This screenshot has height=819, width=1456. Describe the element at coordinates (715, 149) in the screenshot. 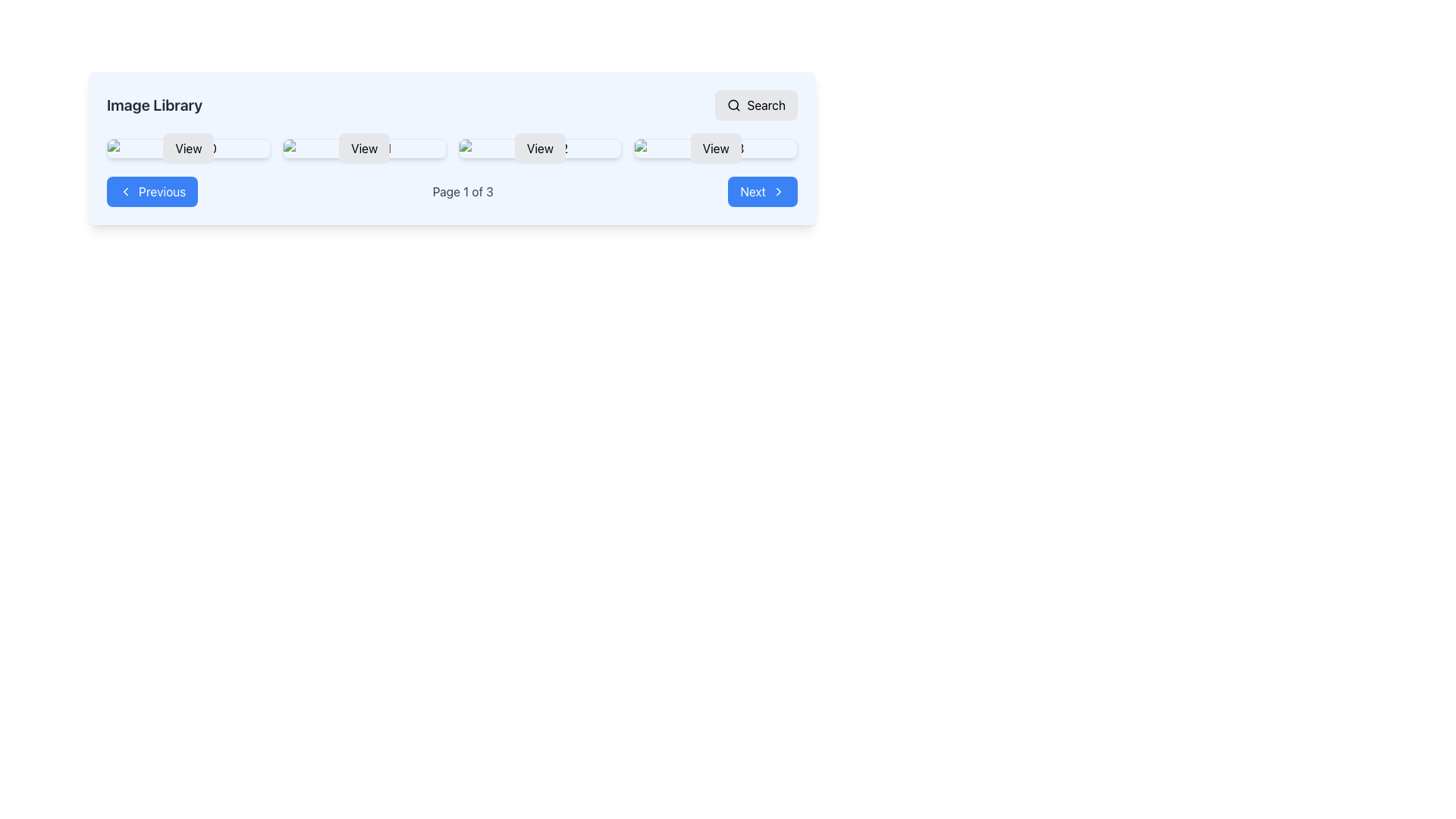

I see `the fourth 'View' button from the left, which is part of a horizontal layout of buttons` at that location.